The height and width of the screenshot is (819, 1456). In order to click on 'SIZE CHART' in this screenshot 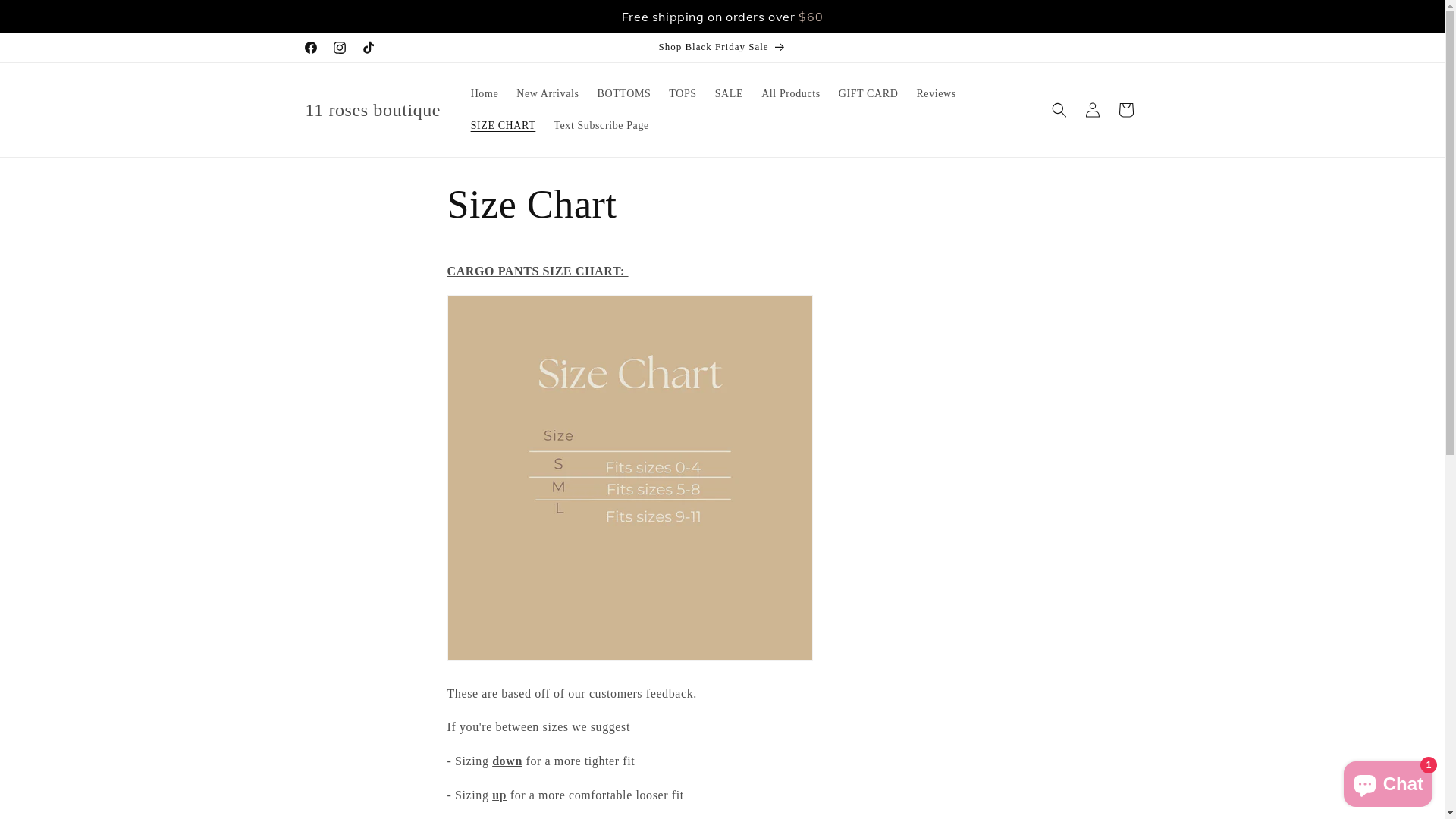, I will do `click(461, 124)`.